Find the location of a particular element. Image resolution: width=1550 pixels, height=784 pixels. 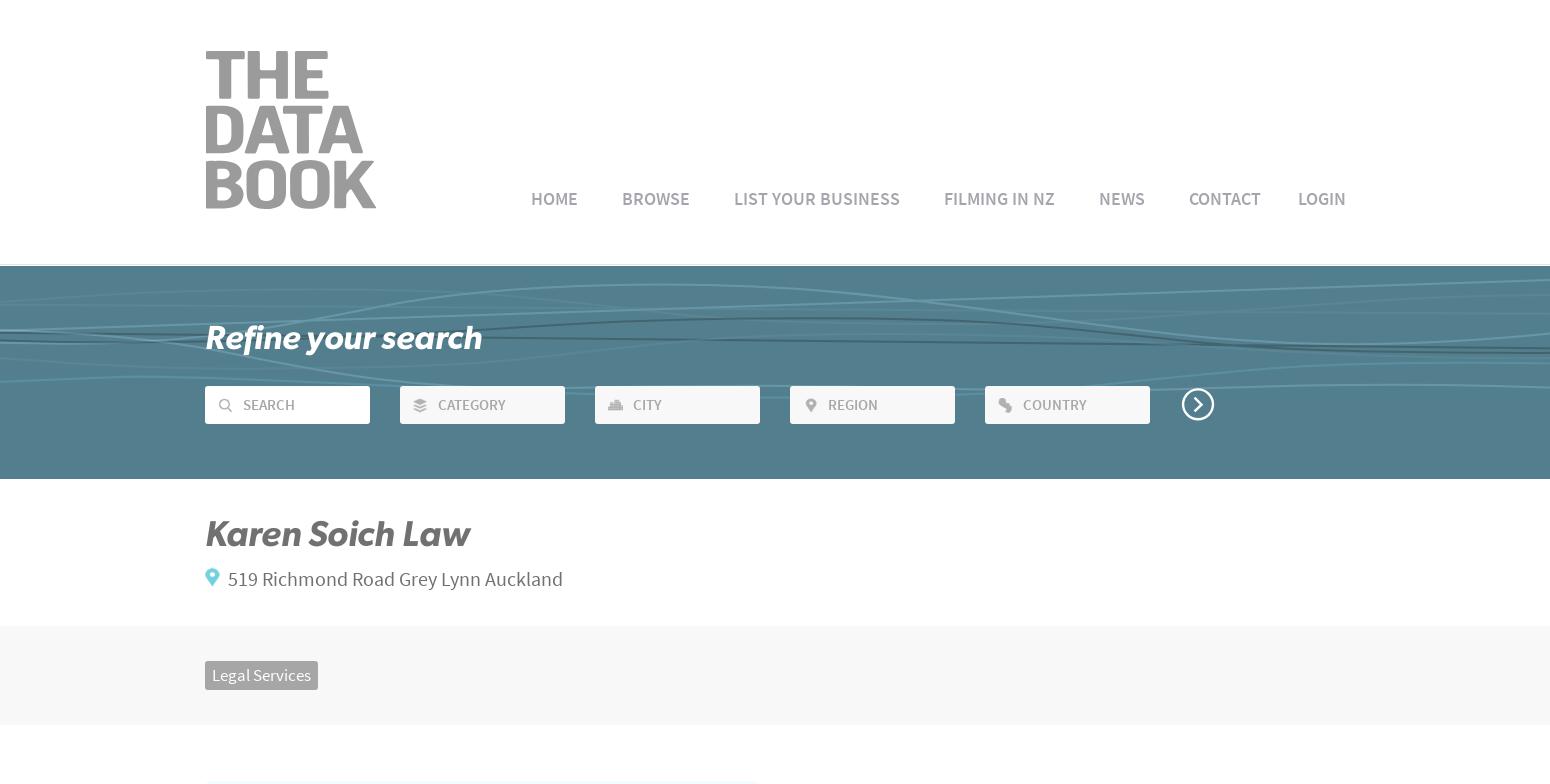

'519 Richmond Road
Grey Lynn
Auckland' is located at coordinates (395, 578).